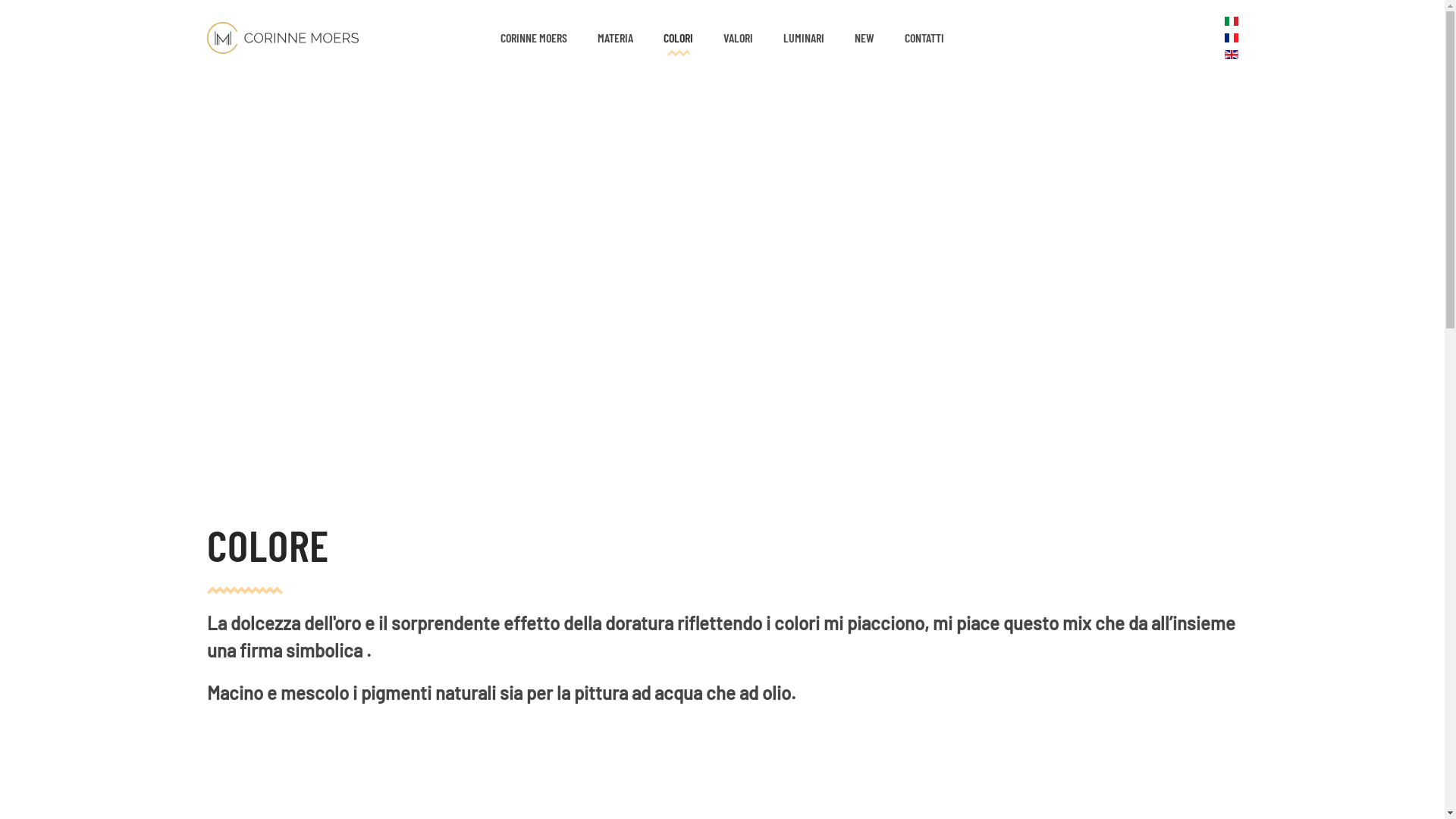  Describe the element at coordinates (803, 37) in the screenshot. I see `'LUMINARI'` at that location.